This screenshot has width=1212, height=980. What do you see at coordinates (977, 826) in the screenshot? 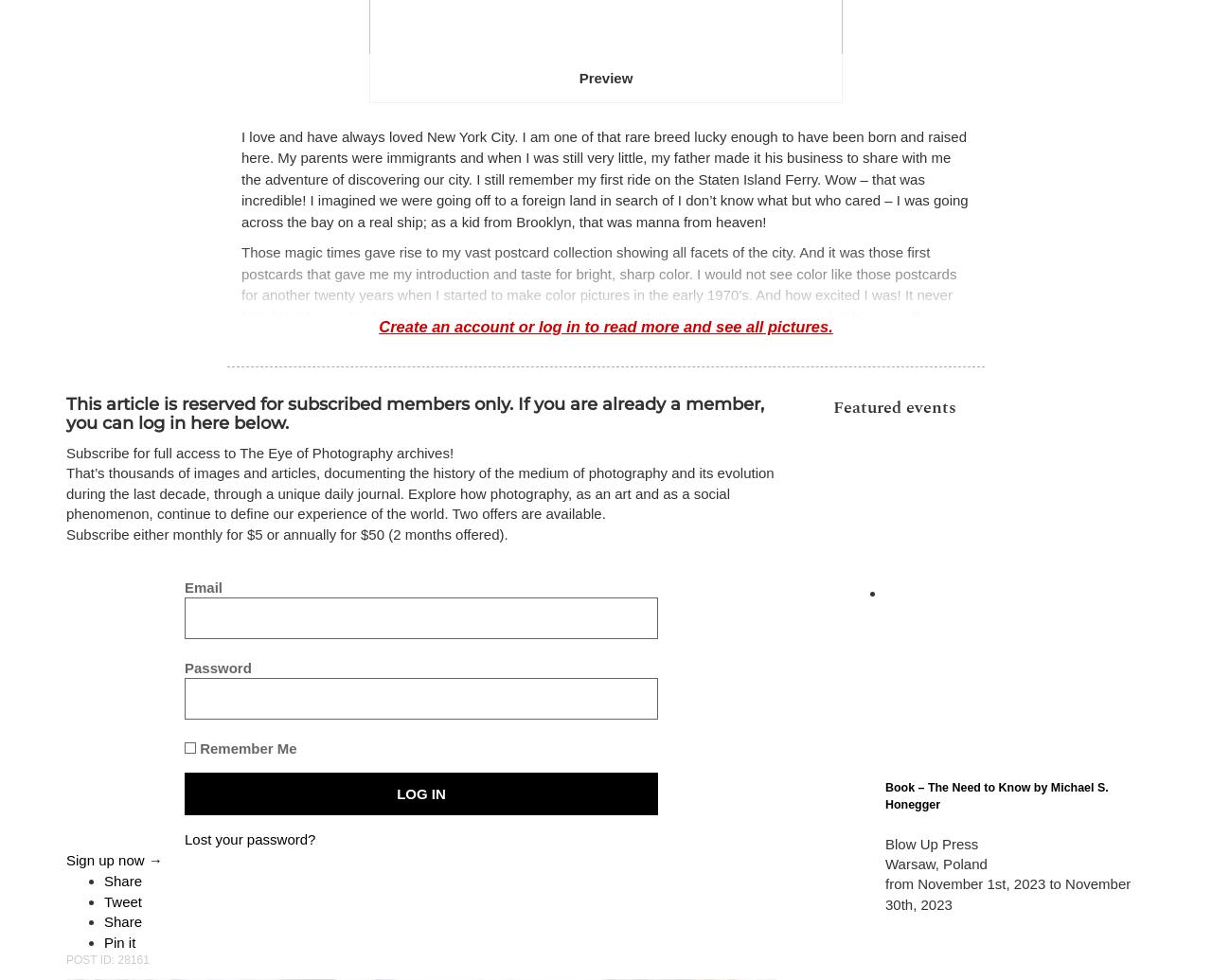
I see `'from November 17th, 2023 to November 26th, 2023'` at bounding box center [977, 826].